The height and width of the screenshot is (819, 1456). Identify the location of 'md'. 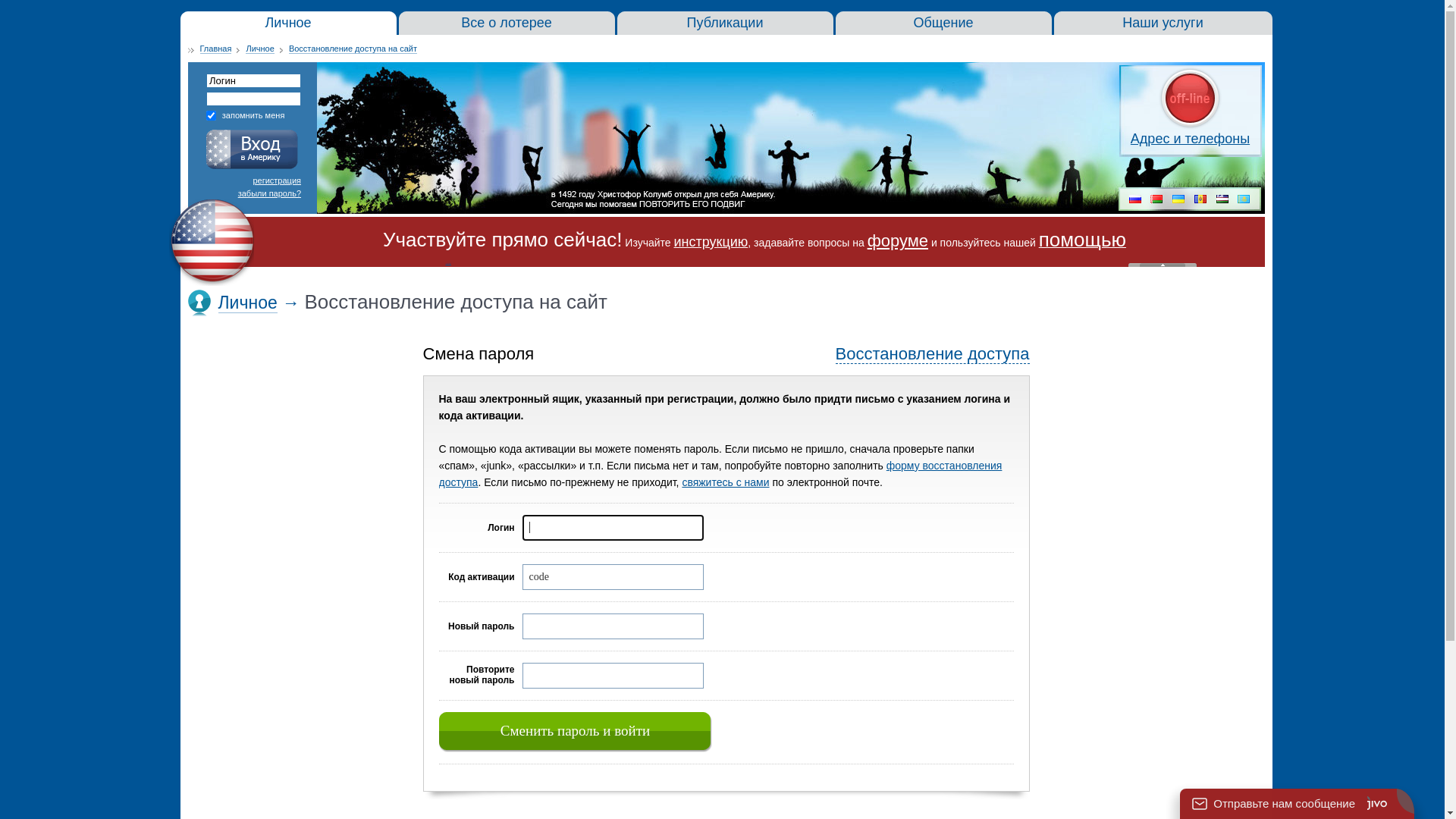
(1200, 199).